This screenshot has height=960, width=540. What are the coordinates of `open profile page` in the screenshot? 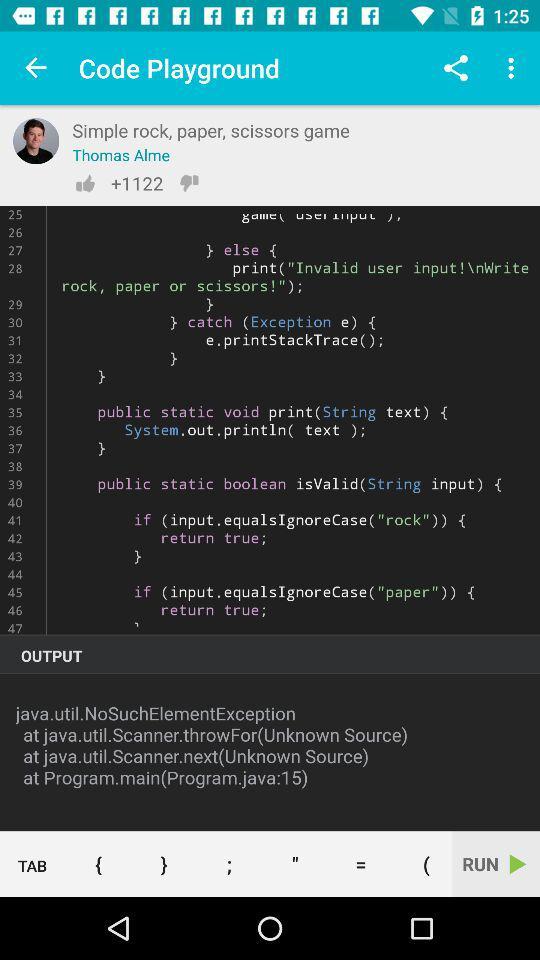 It's located at (36, 140).